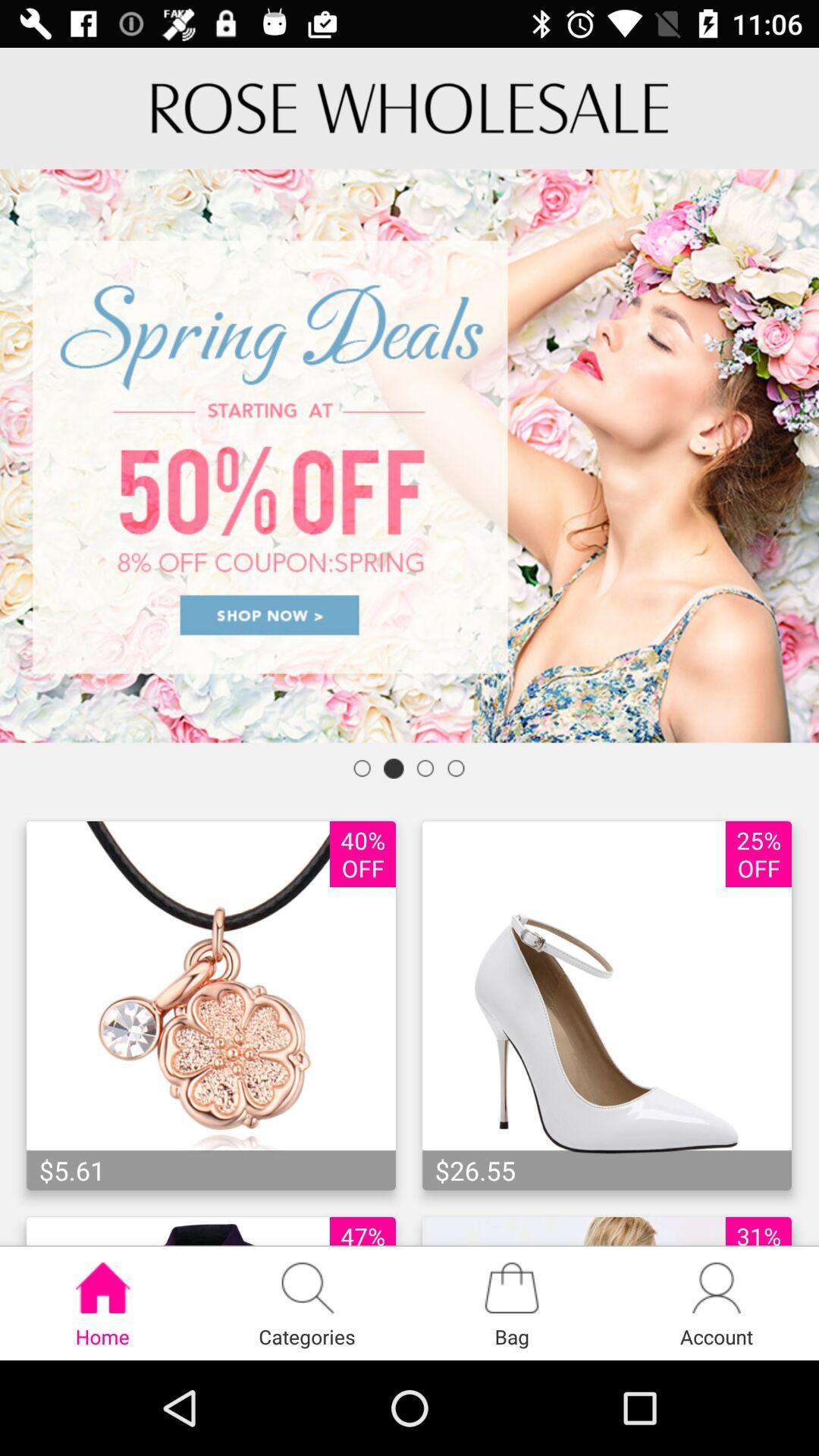  I want to click on bag with its symbol, so click(512, 1302).